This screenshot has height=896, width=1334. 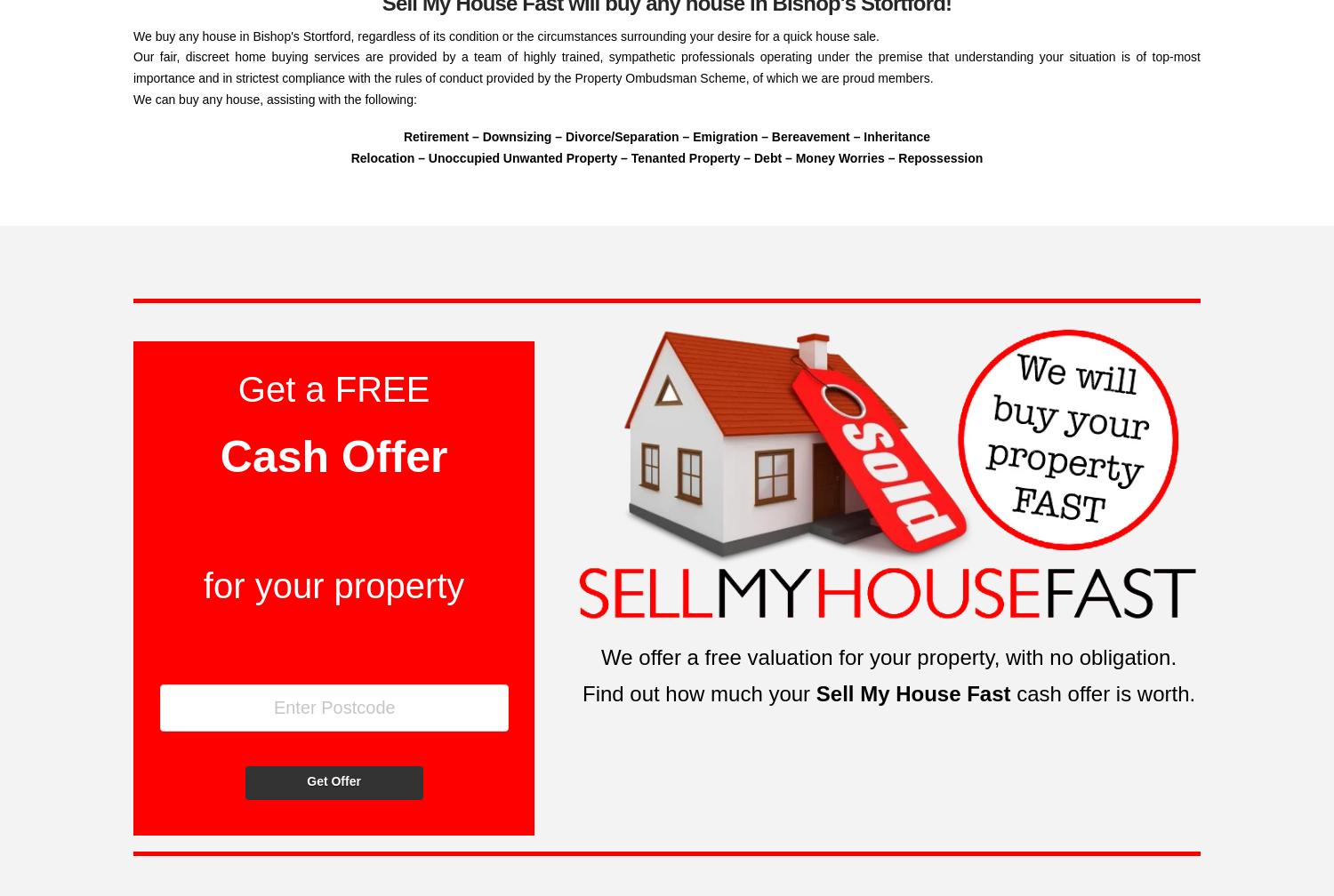 I want to click on 'Find out how much your', so click(x=698, y=693).